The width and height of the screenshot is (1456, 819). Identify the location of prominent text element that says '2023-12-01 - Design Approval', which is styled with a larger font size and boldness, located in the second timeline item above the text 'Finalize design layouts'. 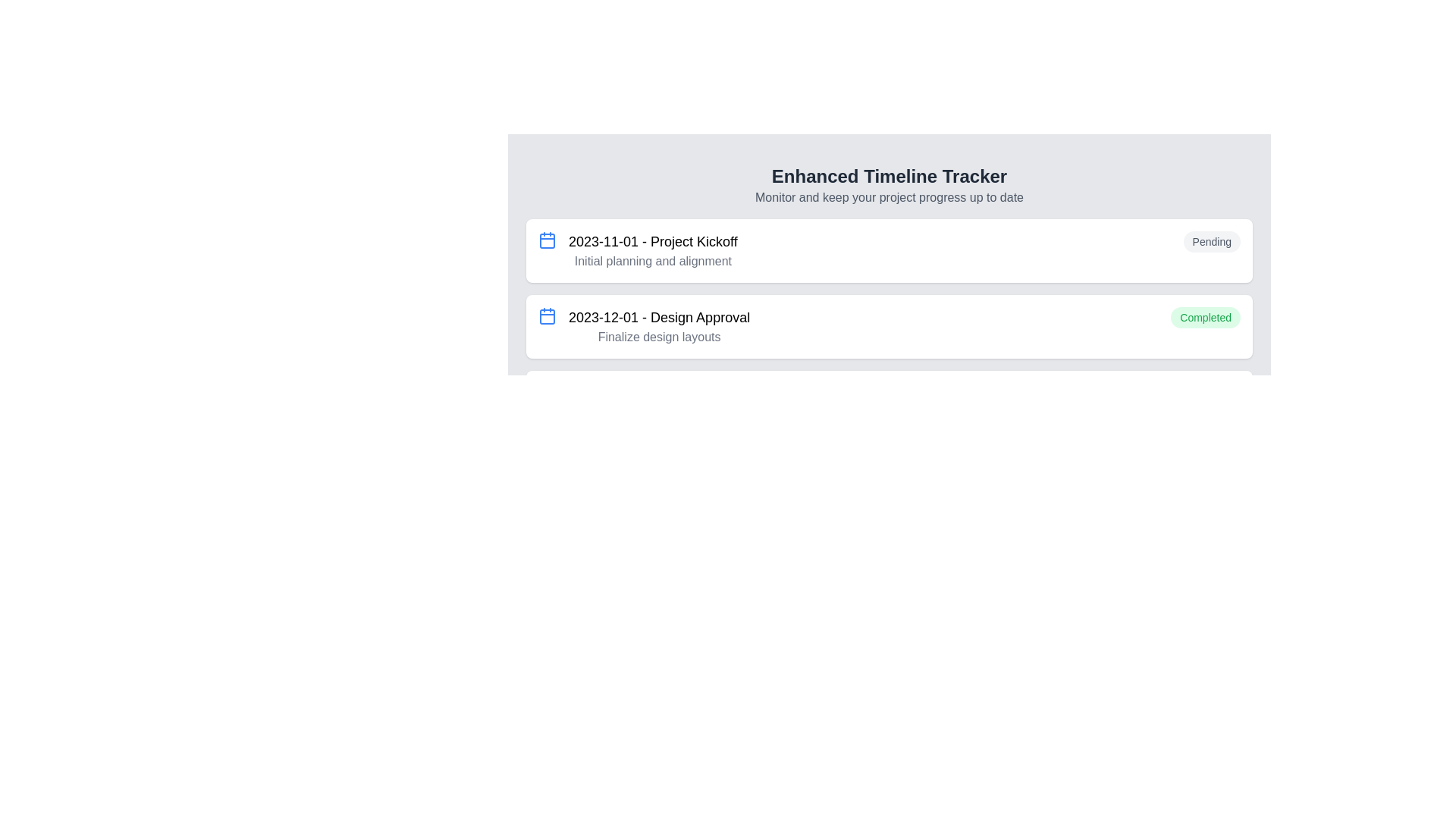
(659, 317).